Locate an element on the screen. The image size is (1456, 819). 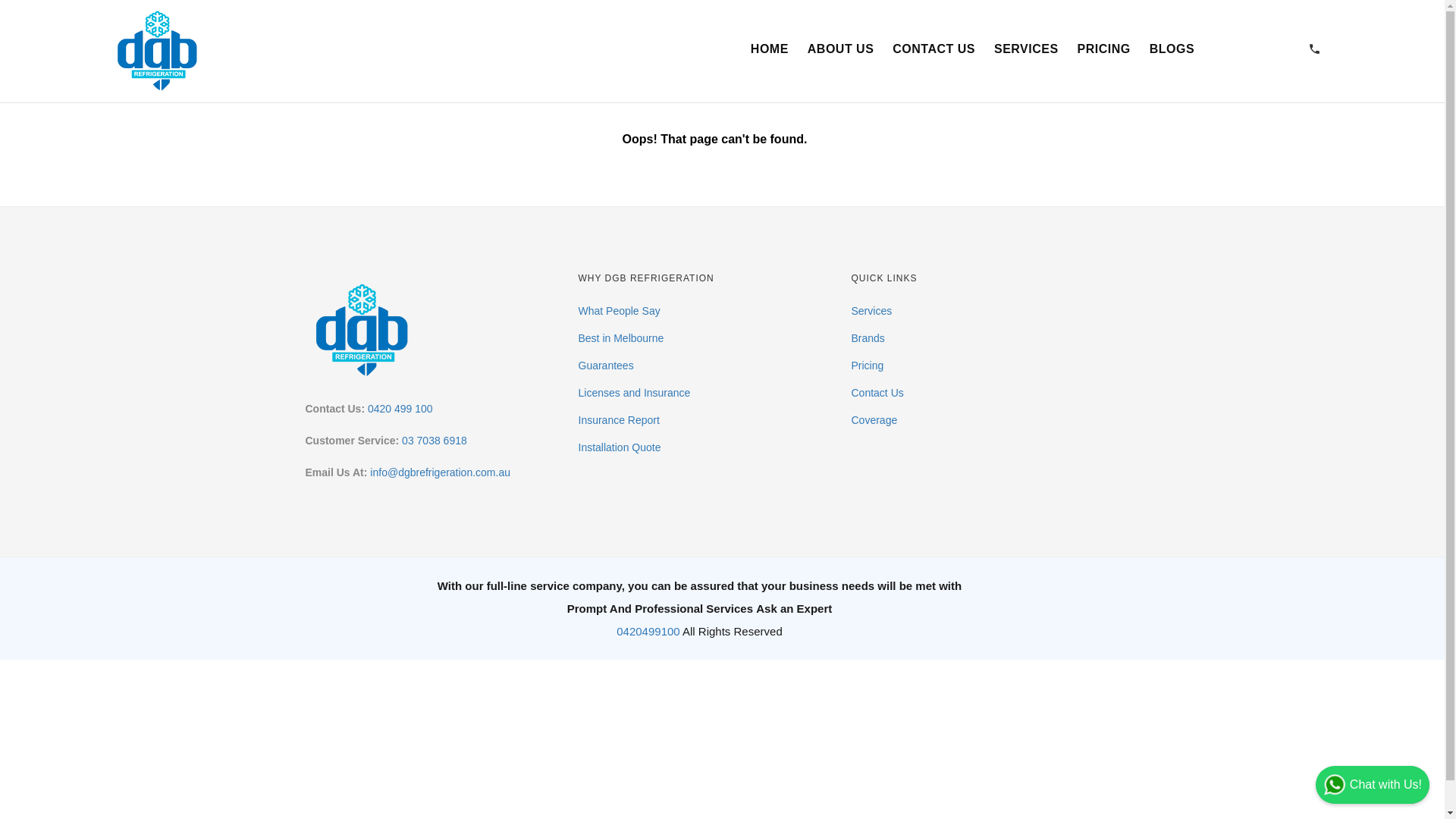
'What People Say' is located at coordinates (619, 309).